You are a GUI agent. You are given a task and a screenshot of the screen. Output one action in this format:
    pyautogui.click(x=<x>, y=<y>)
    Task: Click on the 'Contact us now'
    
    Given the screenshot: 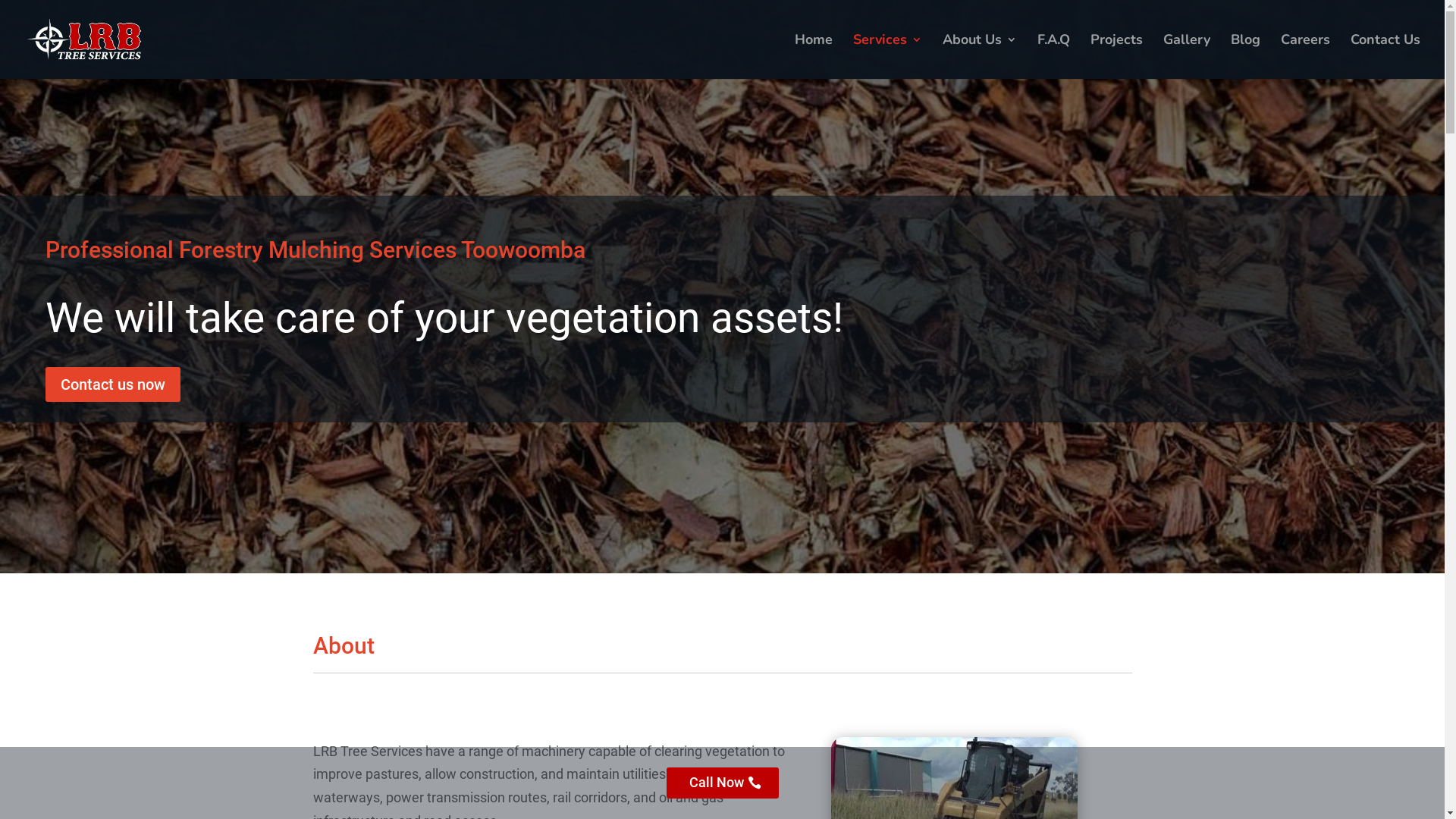 What is the action you would take?
    pyautogui.click(x=111, y=383)
    